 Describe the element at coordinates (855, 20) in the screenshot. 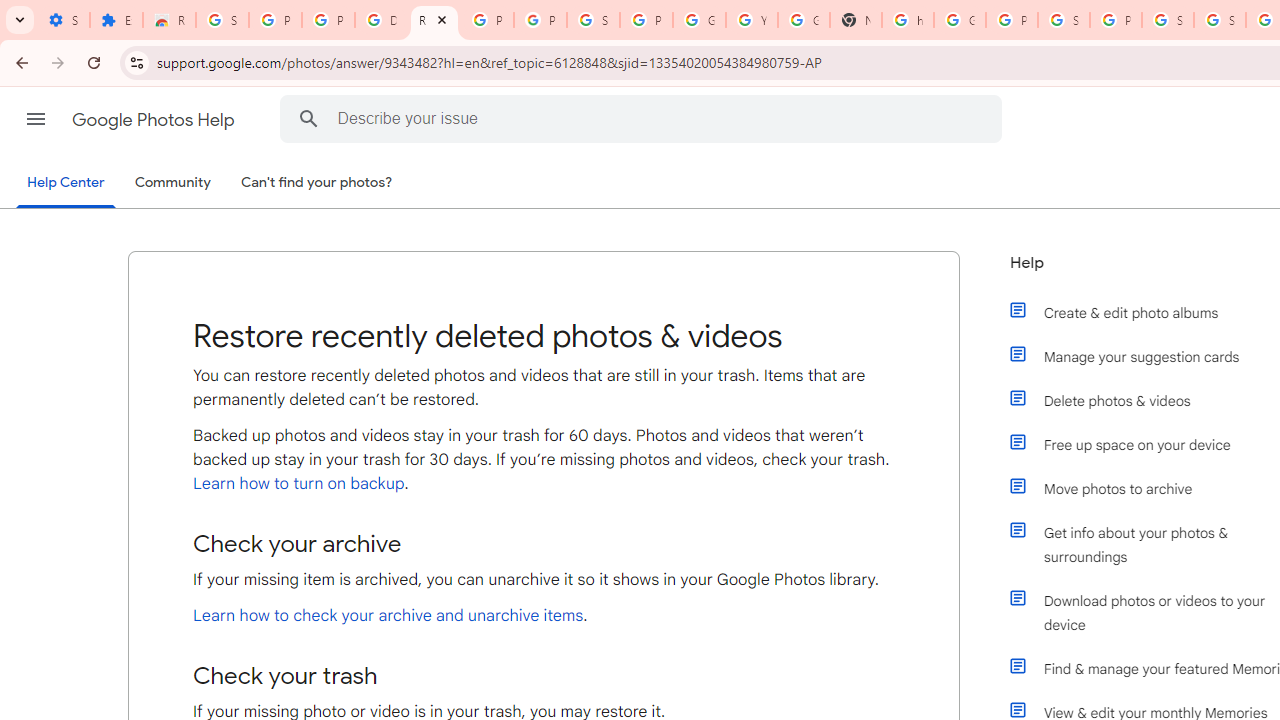

I see `'New Tab'` at that location.